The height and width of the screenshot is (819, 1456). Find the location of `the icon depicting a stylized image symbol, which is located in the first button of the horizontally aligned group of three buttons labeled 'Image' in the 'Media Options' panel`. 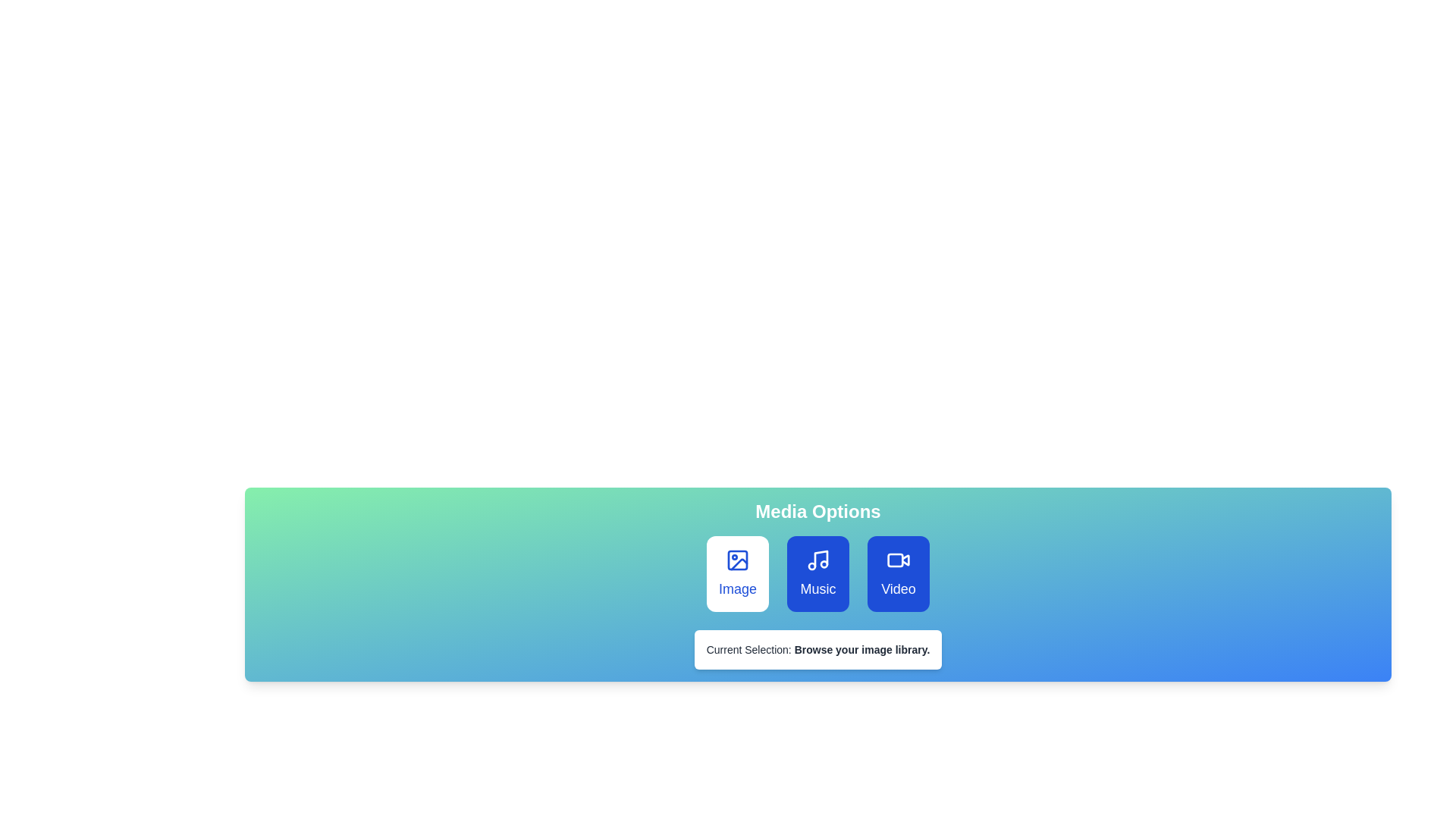

the icon depicting a stylized image symbol, which is located in the first button of the horizontally aligned group of three buttons labeled 'Image' in the 'Media Options' panel is located at coordinates (738, 560).